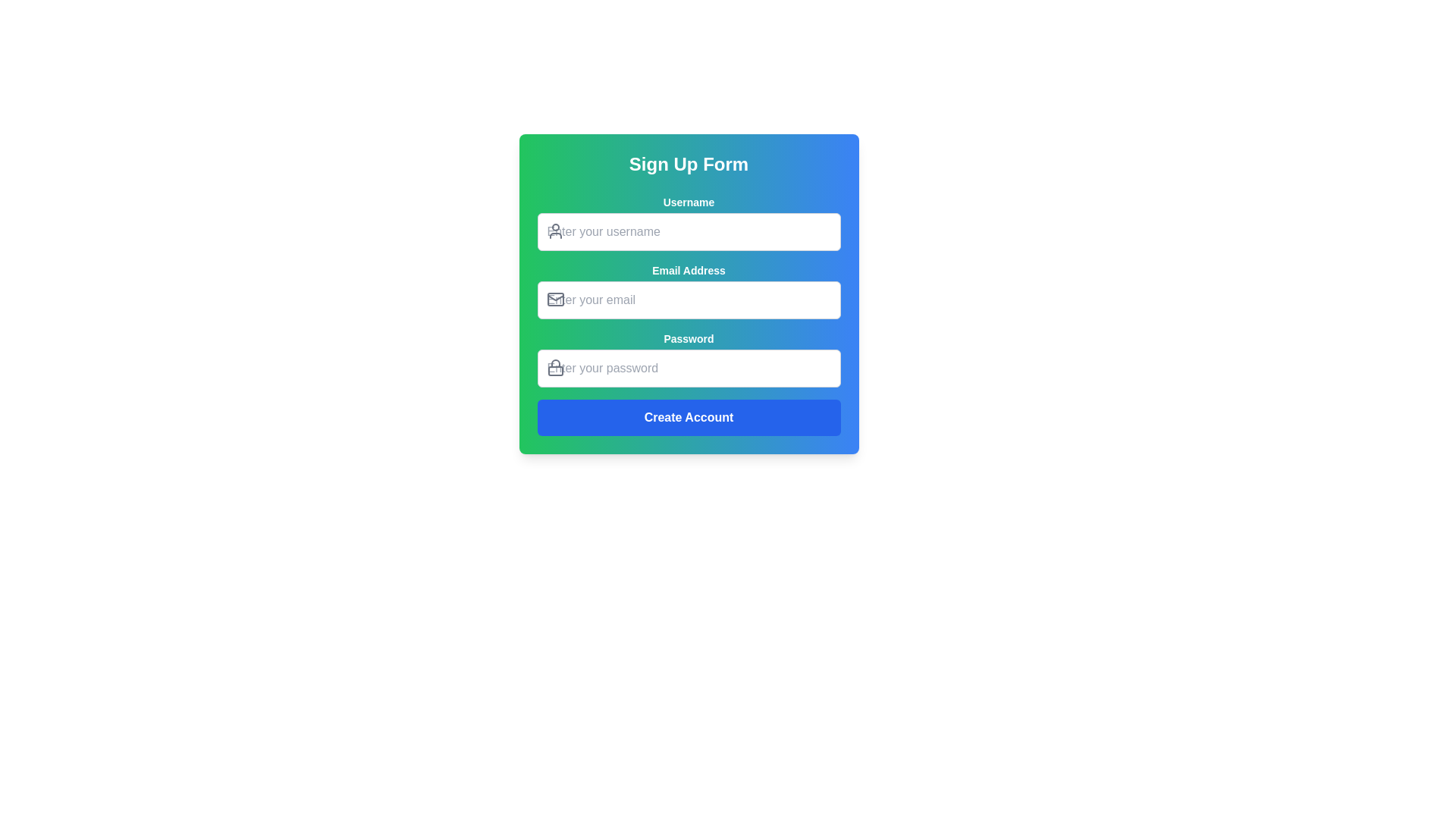 The height and width of the screenshot is (819, 1456). What do you see at coordinates (688, 270) in the screenshot?
I see `the 'Email Address' label, which is the second label in the sign-up form, displayed in bold white text against a gradient background` at bounding box center [688, 270].